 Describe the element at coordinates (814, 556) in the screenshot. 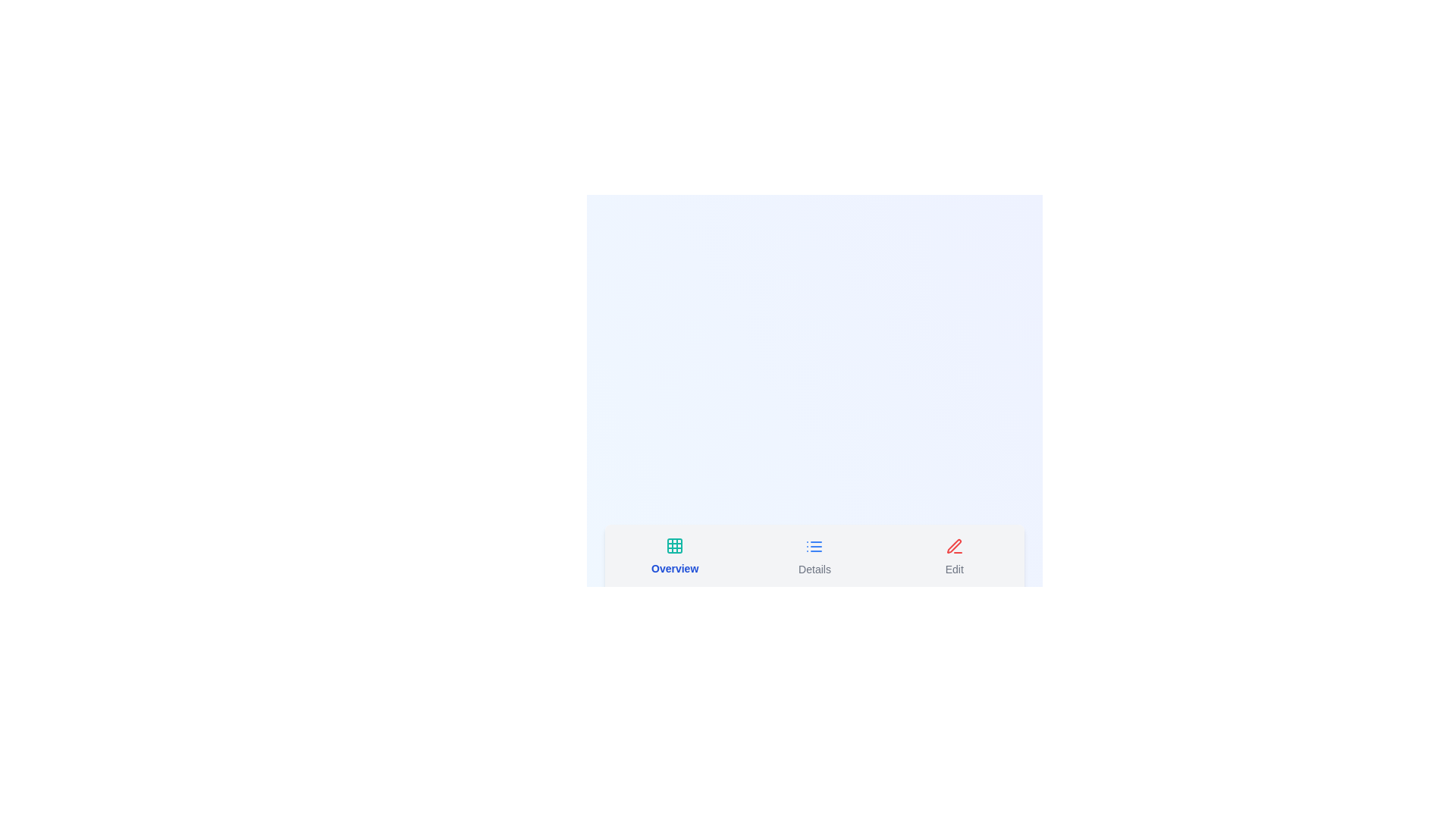

I see `the tab labeled Details by clicking on its button` at that location.